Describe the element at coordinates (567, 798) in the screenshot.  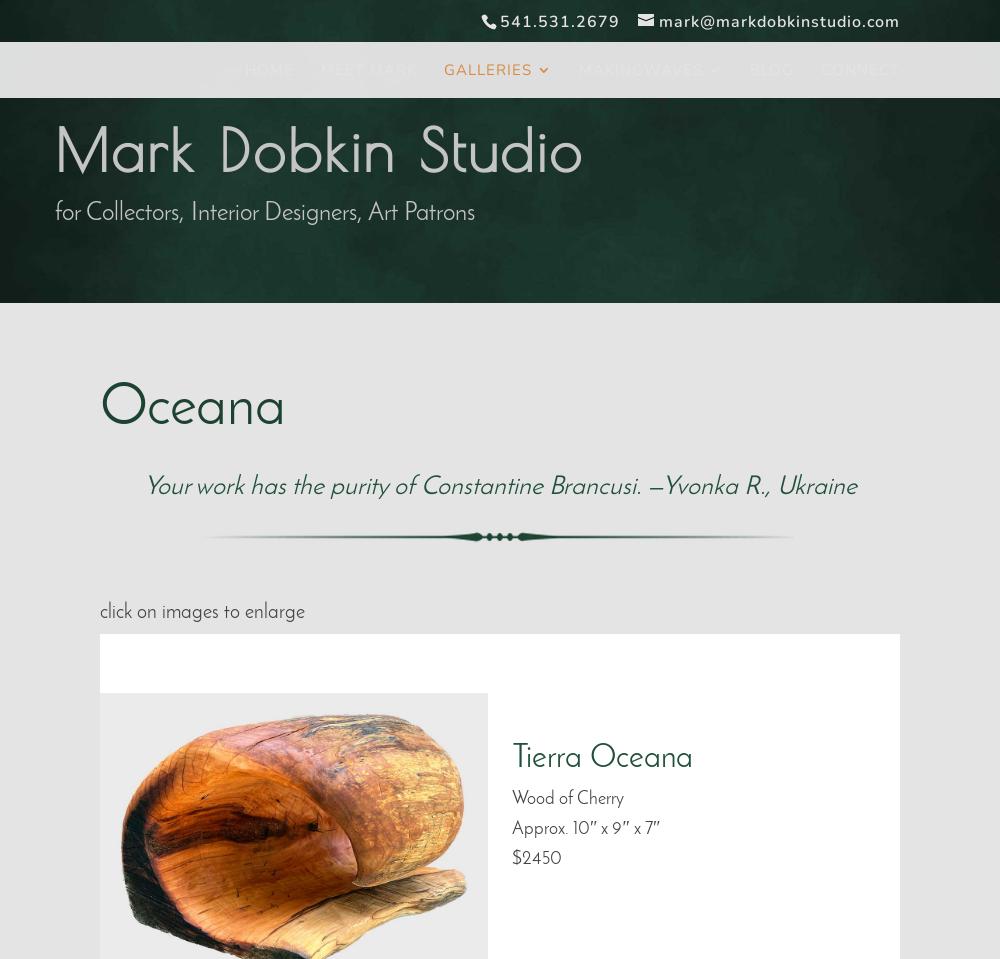
I see `'Wood of Cherry'` at that location.